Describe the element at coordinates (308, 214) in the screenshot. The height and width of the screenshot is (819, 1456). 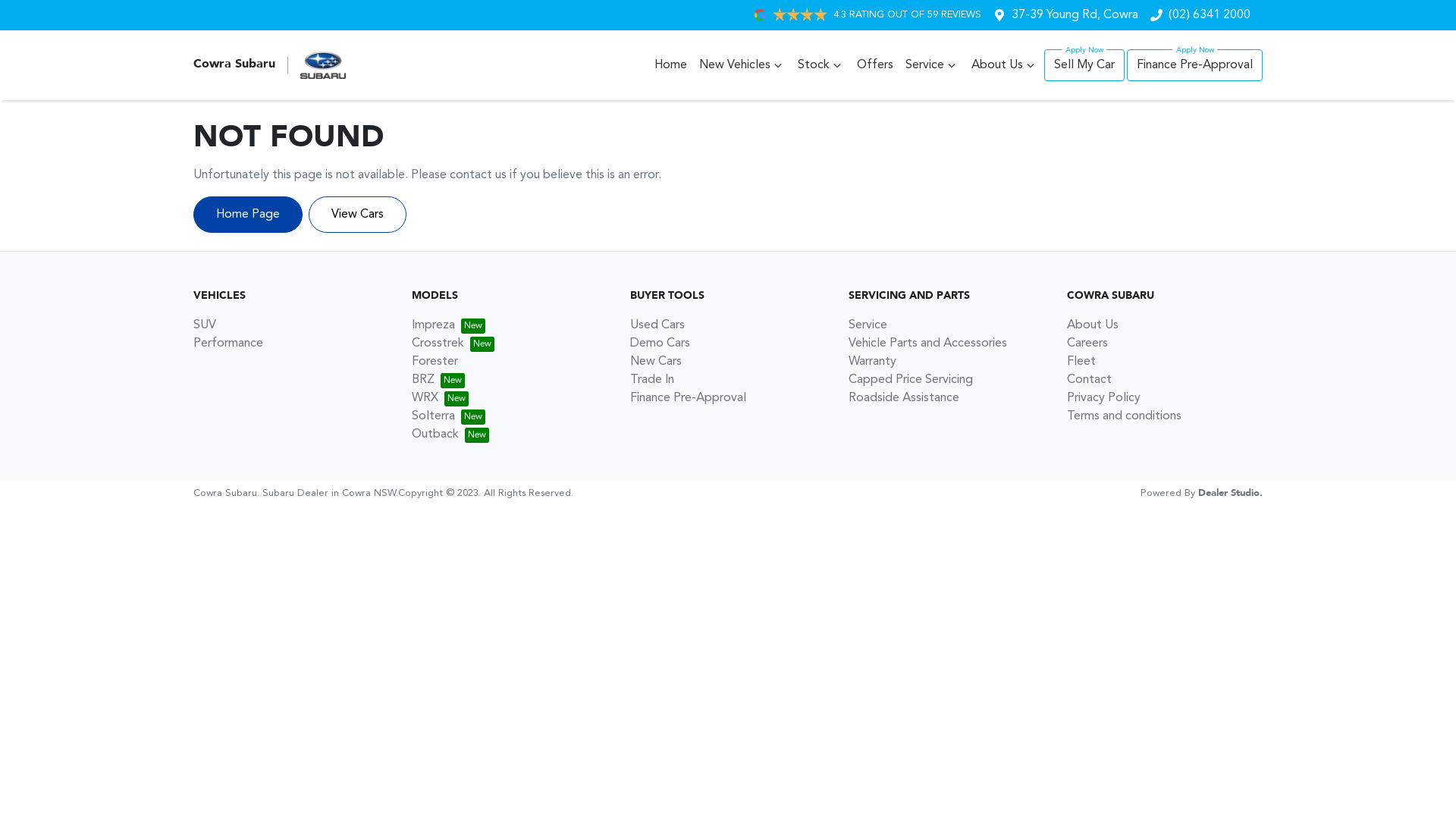
I see `'View Cars'` at that location.